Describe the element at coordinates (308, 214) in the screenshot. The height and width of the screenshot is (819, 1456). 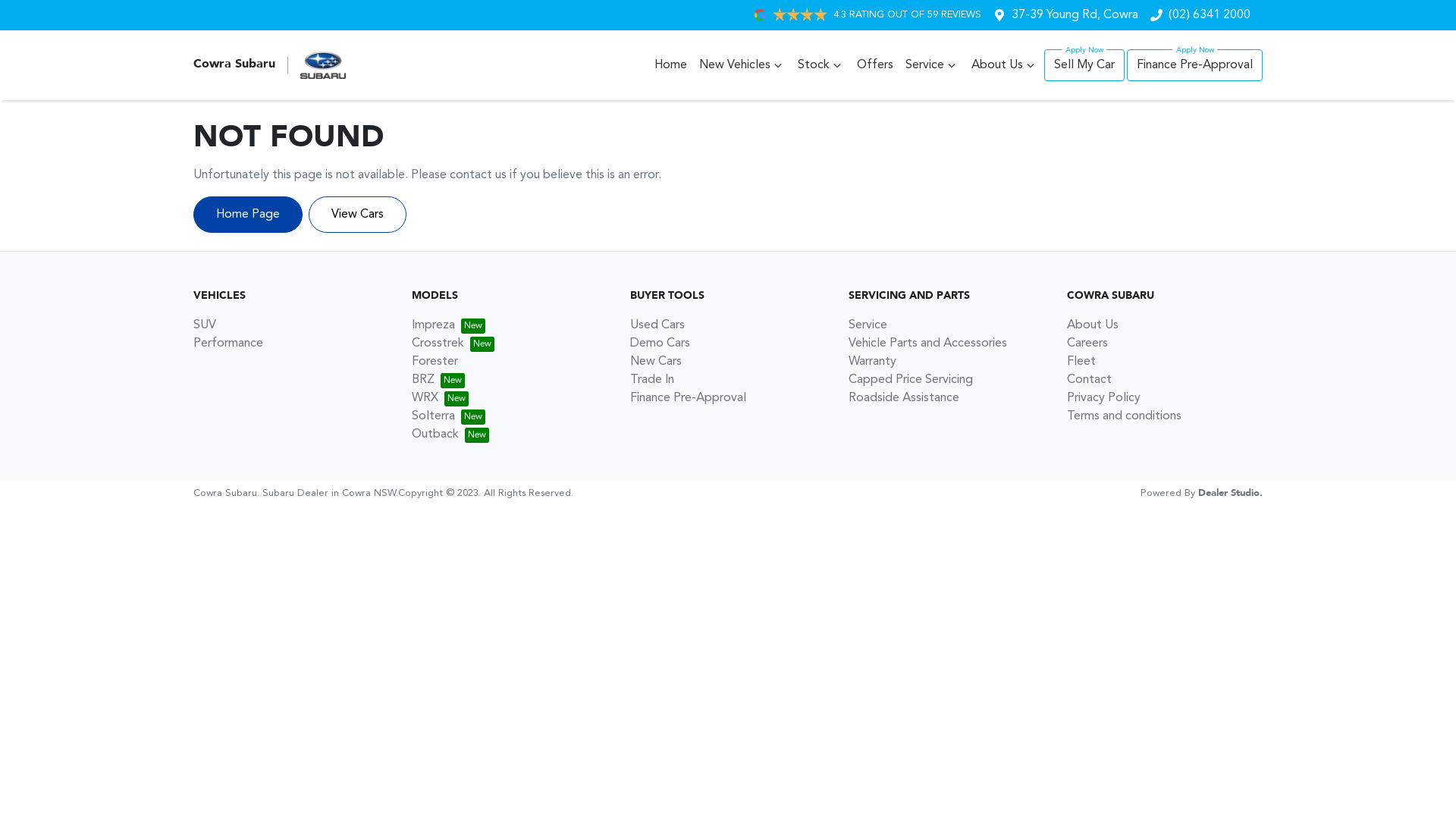
I see `'View Cars'` at that location.